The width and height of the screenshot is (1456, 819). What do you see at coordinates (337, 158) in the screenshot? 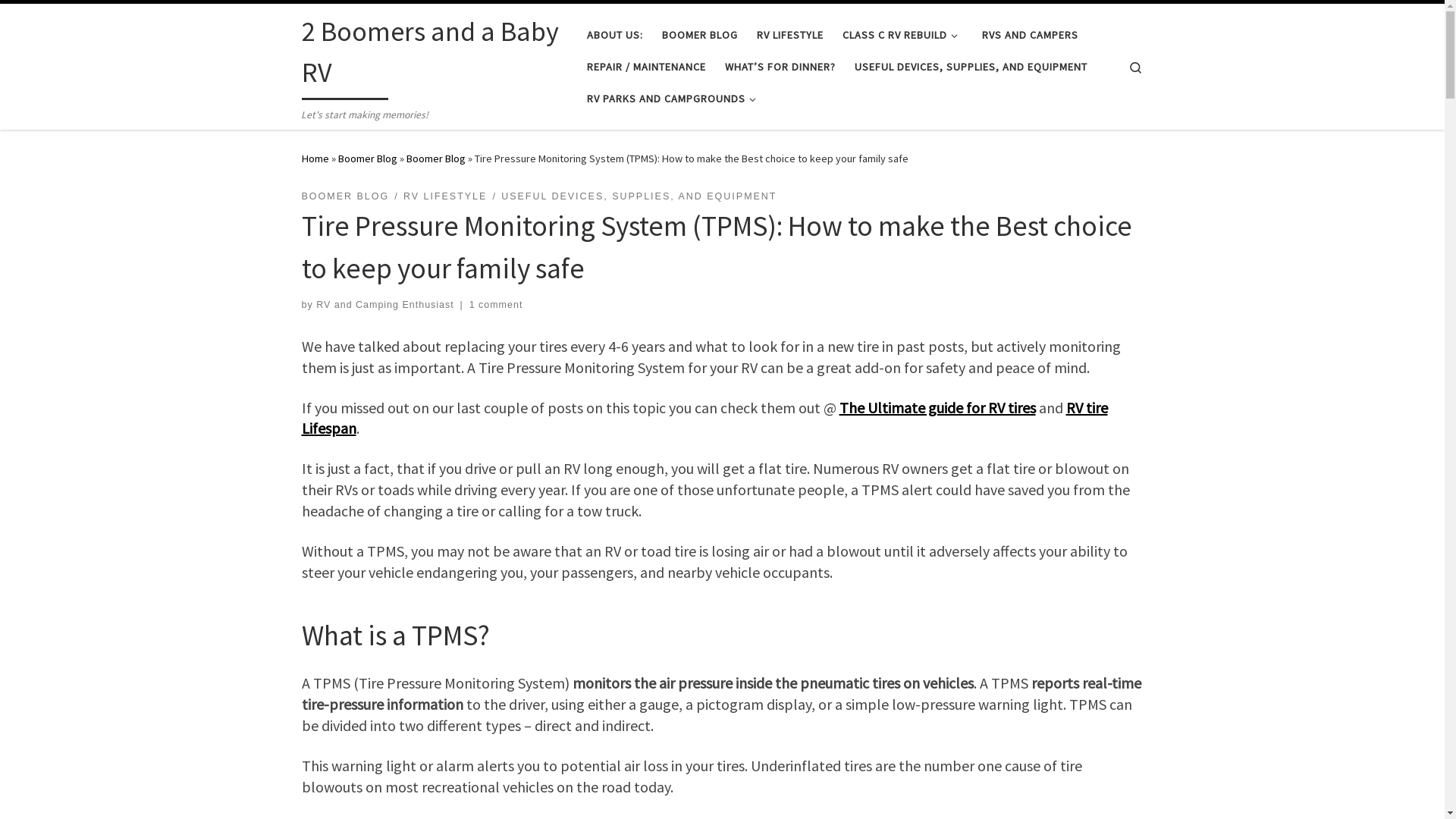
I see `'Boomer Blog'` at bounding box center [337, 158].